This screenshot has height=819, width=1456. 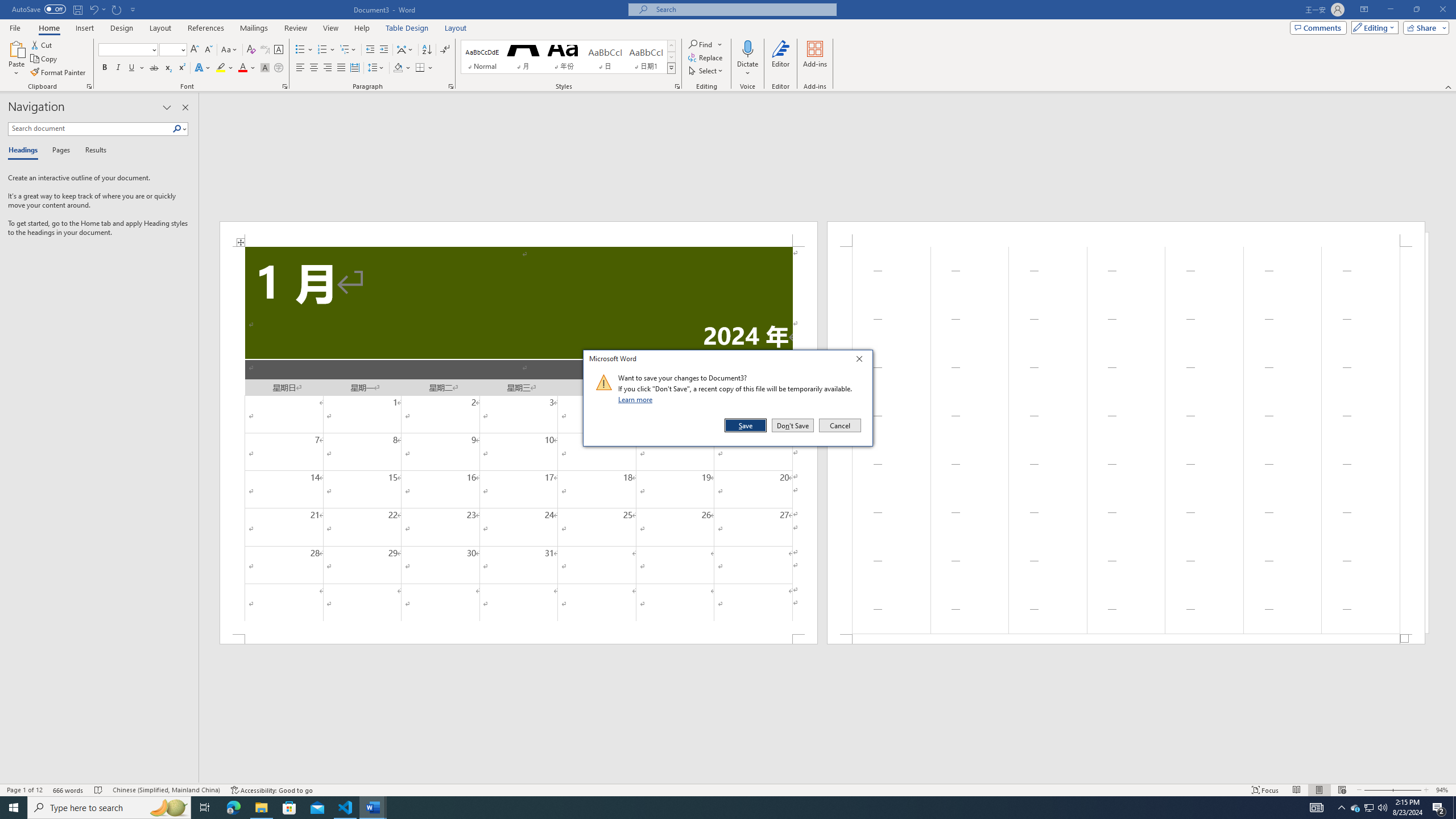 I want to click on 'Superscript', so click(x=180, y=67).